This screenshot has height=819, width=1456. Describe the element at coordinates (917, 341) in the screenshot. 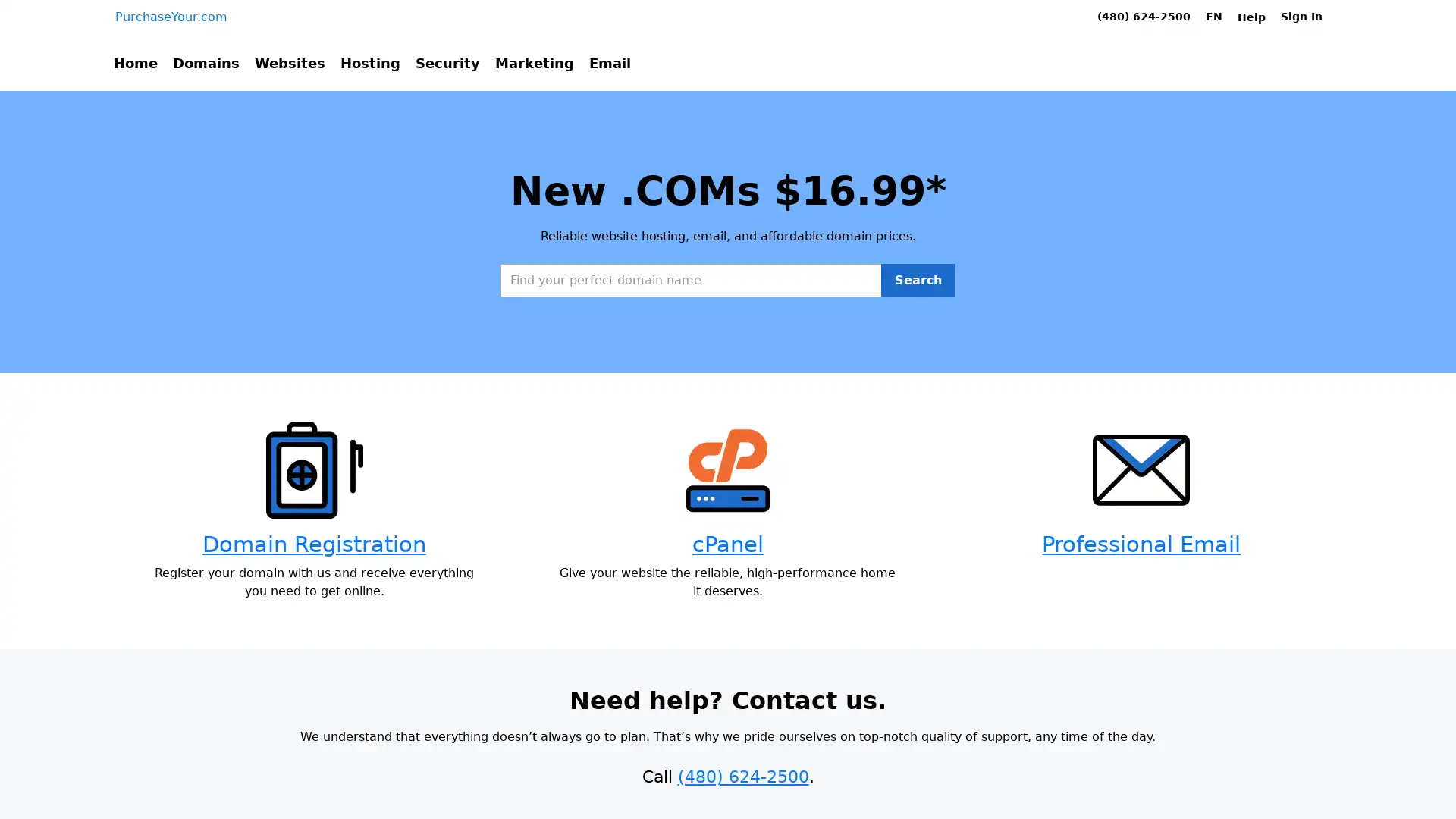

I see `Search` at that location.